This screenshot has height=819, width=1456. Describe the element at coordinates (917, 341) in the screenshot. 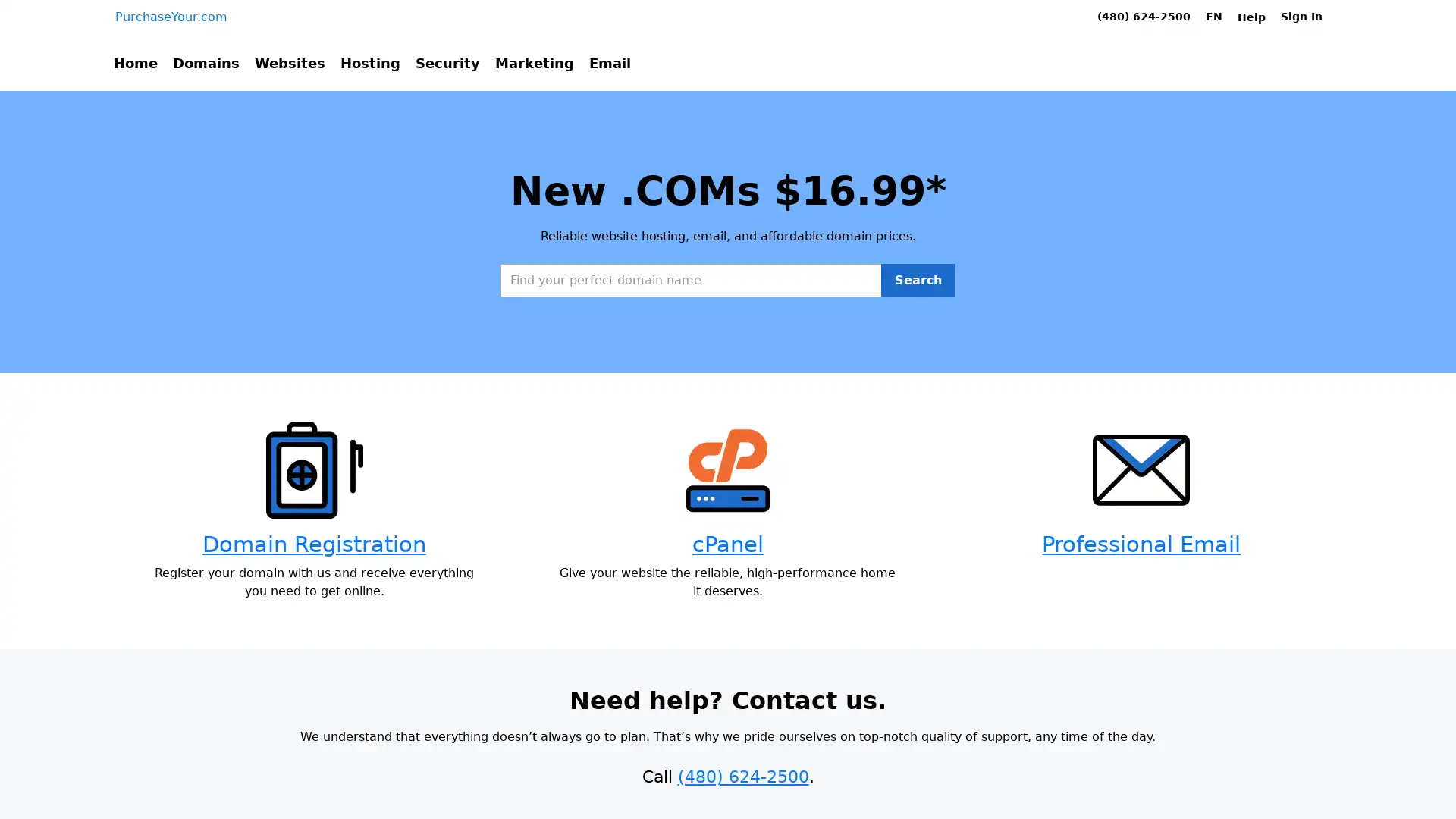

I see `Search` at that location.